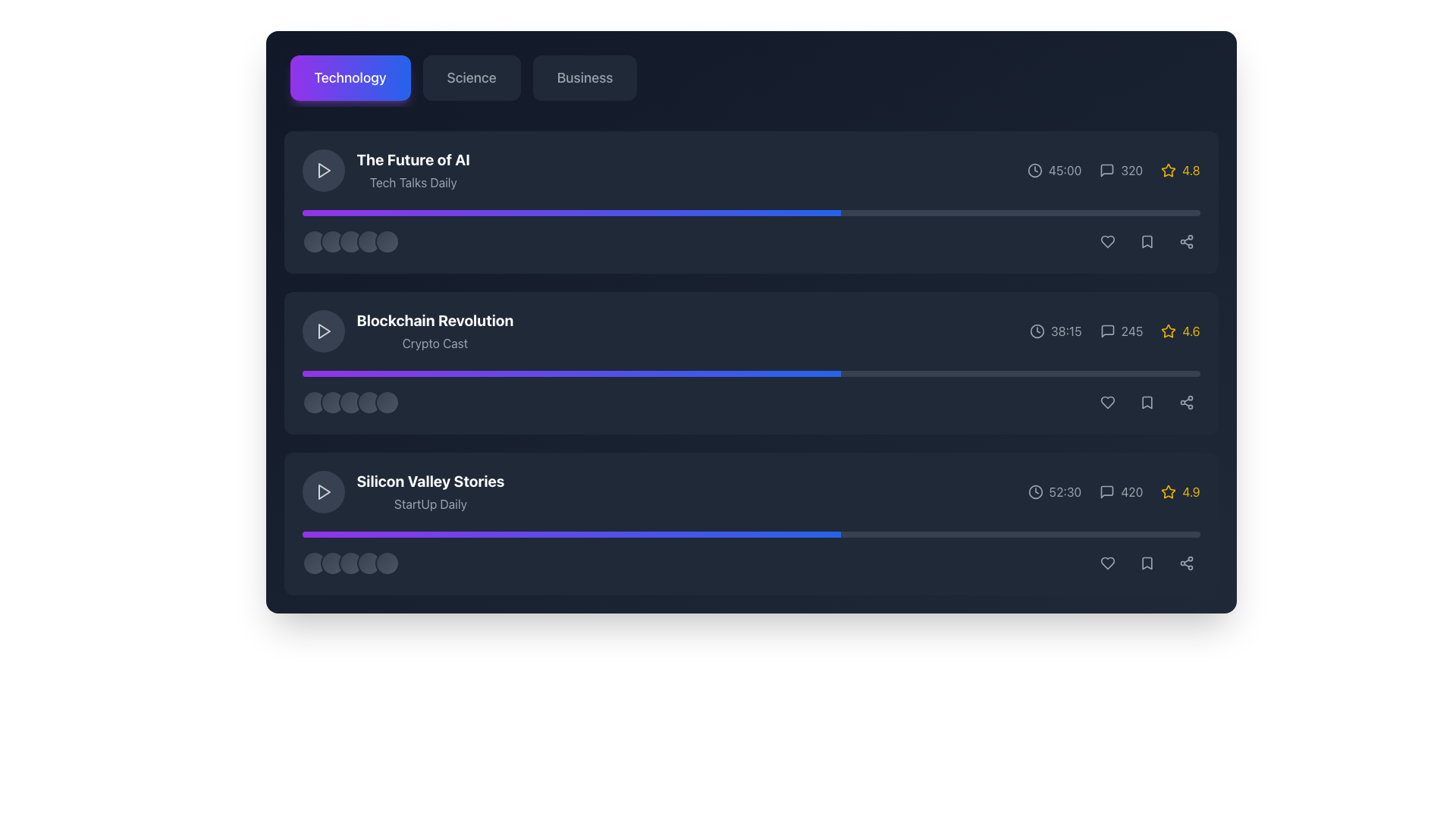 The width and height of the screenshot is (1456, 819). I want to click on the triangular play icon, which is styled with a simple outline and positioned inside a circular button in the top-left corner of the second media item in a vertical list, so click(322, 330).